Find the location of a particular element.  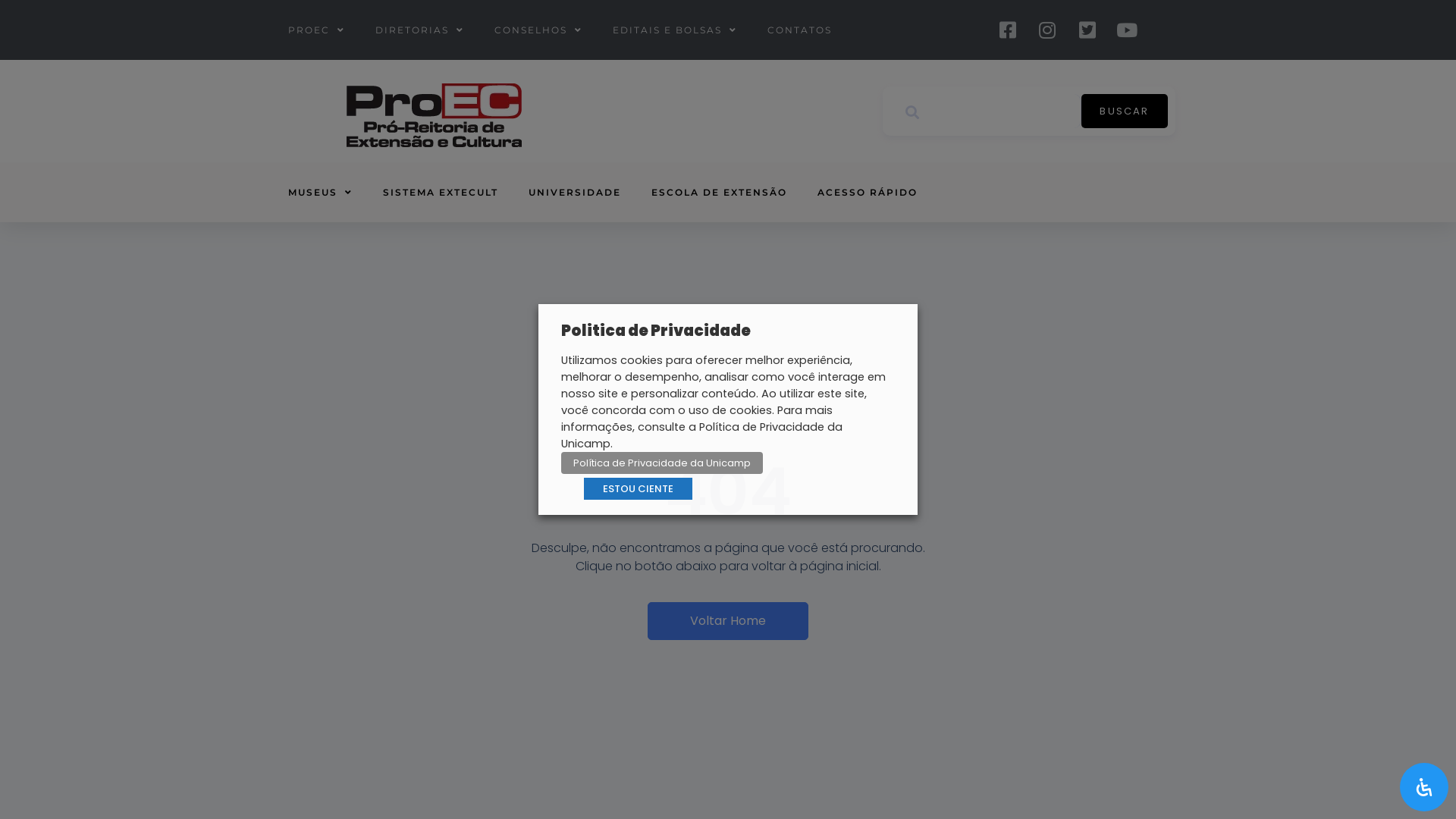

'Voltar Home' is located at coordinates (648, 620).